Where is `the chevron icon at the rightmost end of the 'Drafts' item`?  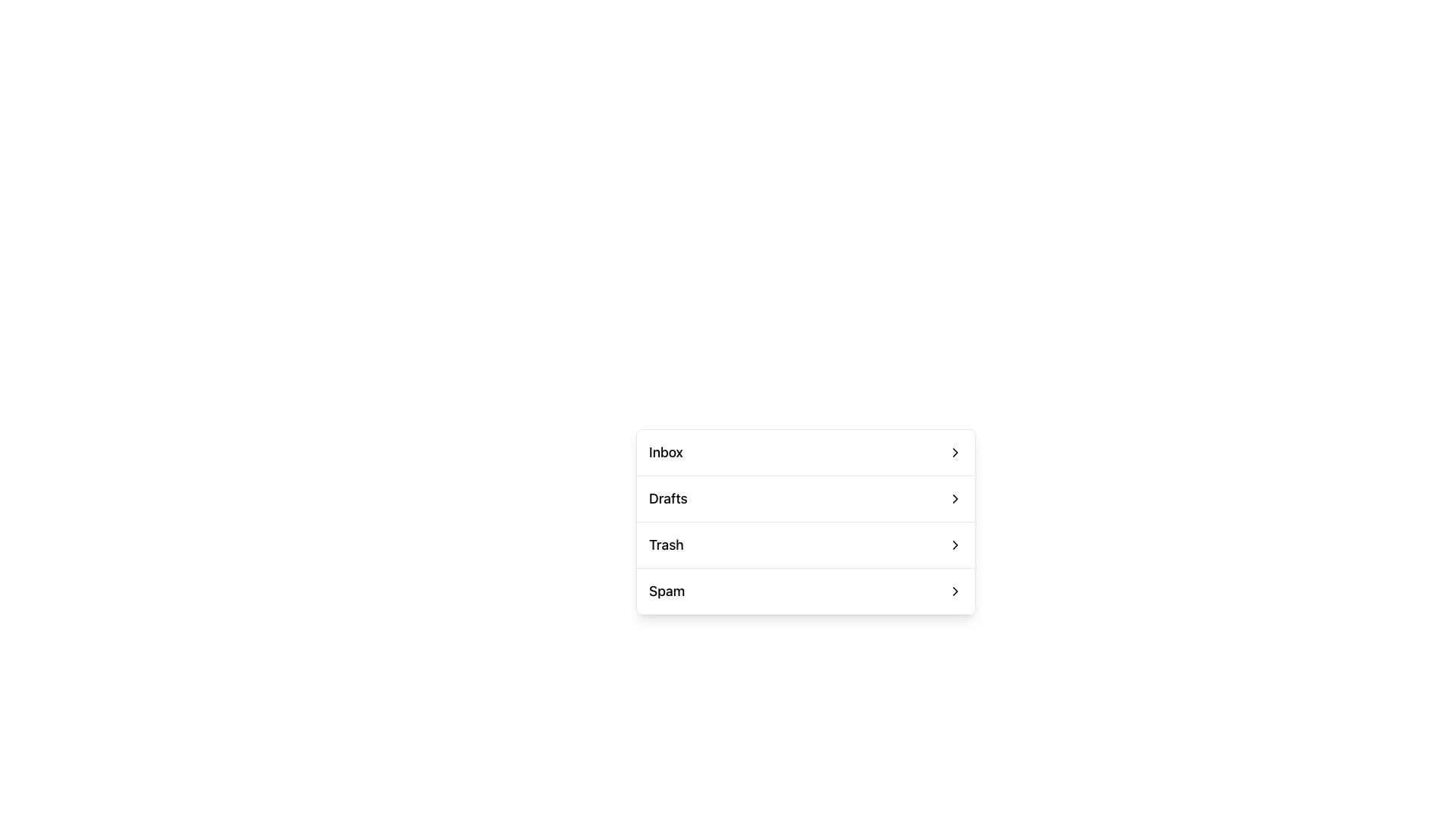 the chevron icon at the rightmost end of the 'Drafts' item is located at coordinates (954, 499).